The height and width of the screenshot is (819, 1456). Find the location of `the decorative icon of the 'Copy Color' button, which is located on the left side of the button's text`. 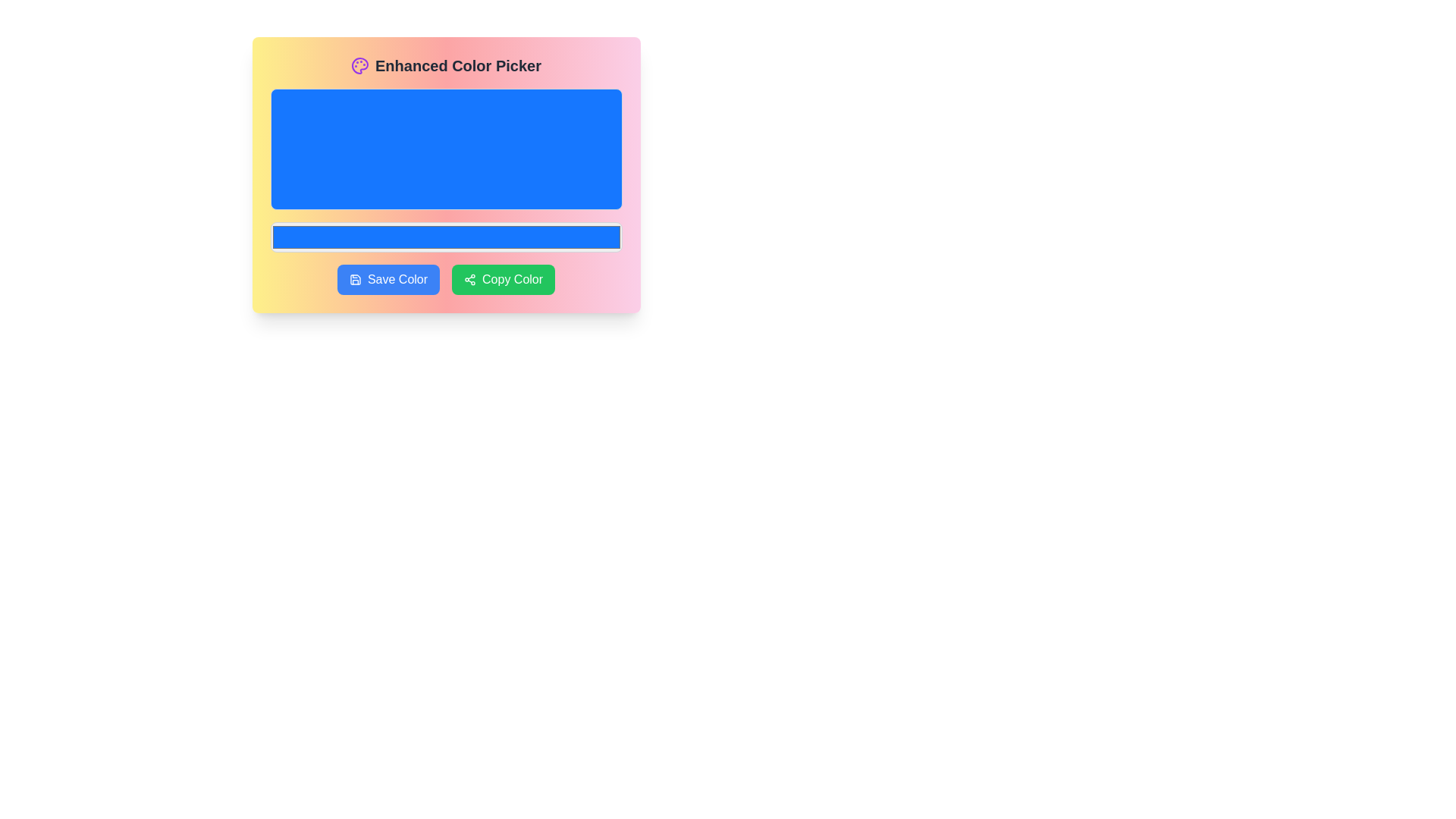

the decorative icon of the 'Copy Color' button, which is located on the left side of the button's text is located at coordinates (469, 280).